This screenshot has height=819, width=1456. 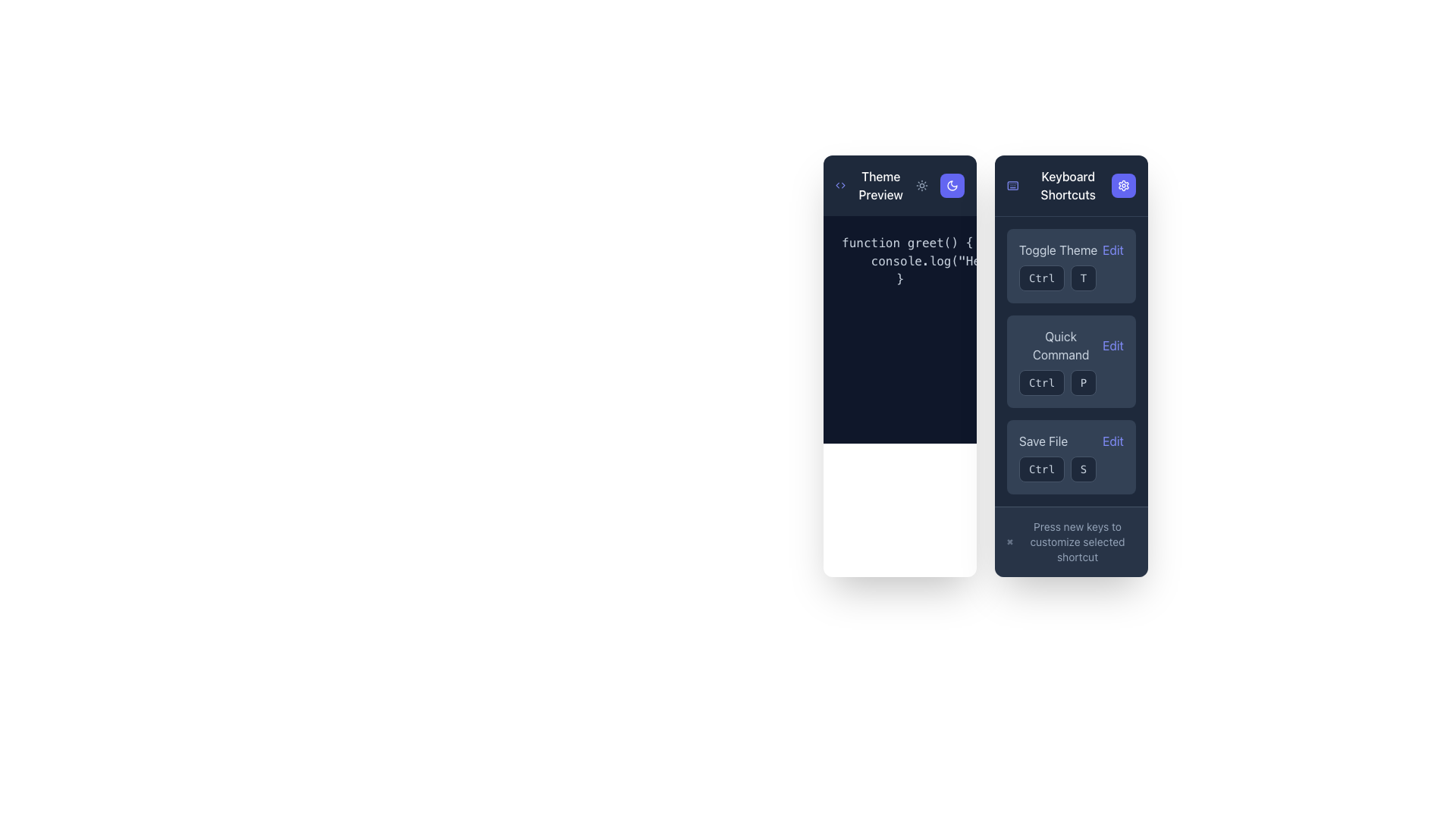 What do you see at coordinates (1070, 456) in the screenshot?
I see `the Key indicator button labeled 'S', which is a button-like UI component with a dark background, rounded rectangular shape, and outlined border, located under the 'Save File Edit' section in the keyboard shortcuts panel` at bounding box center [1070, 456].